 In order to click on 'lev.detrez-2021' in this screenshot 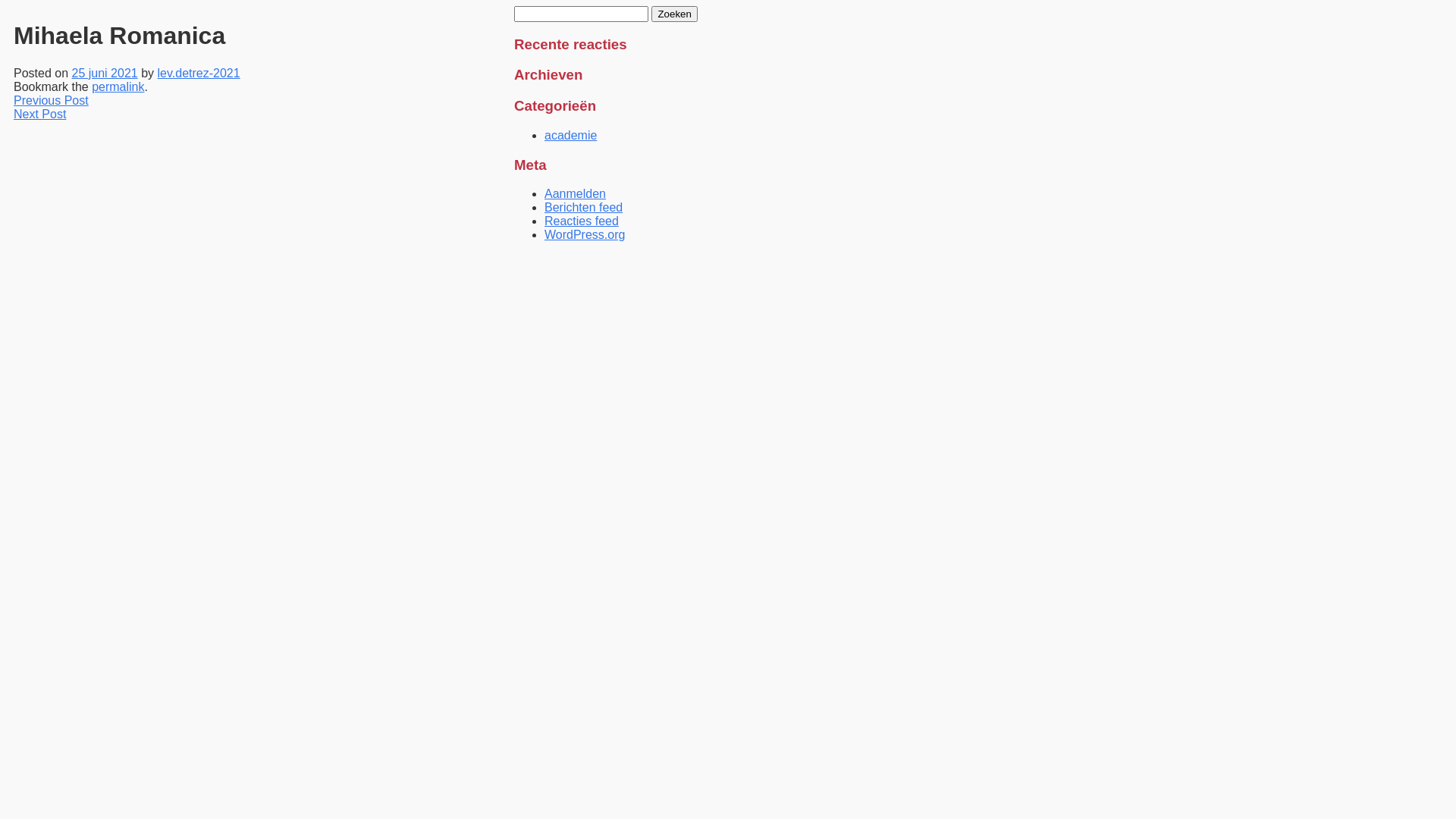, I will do `click(157, 73)`.